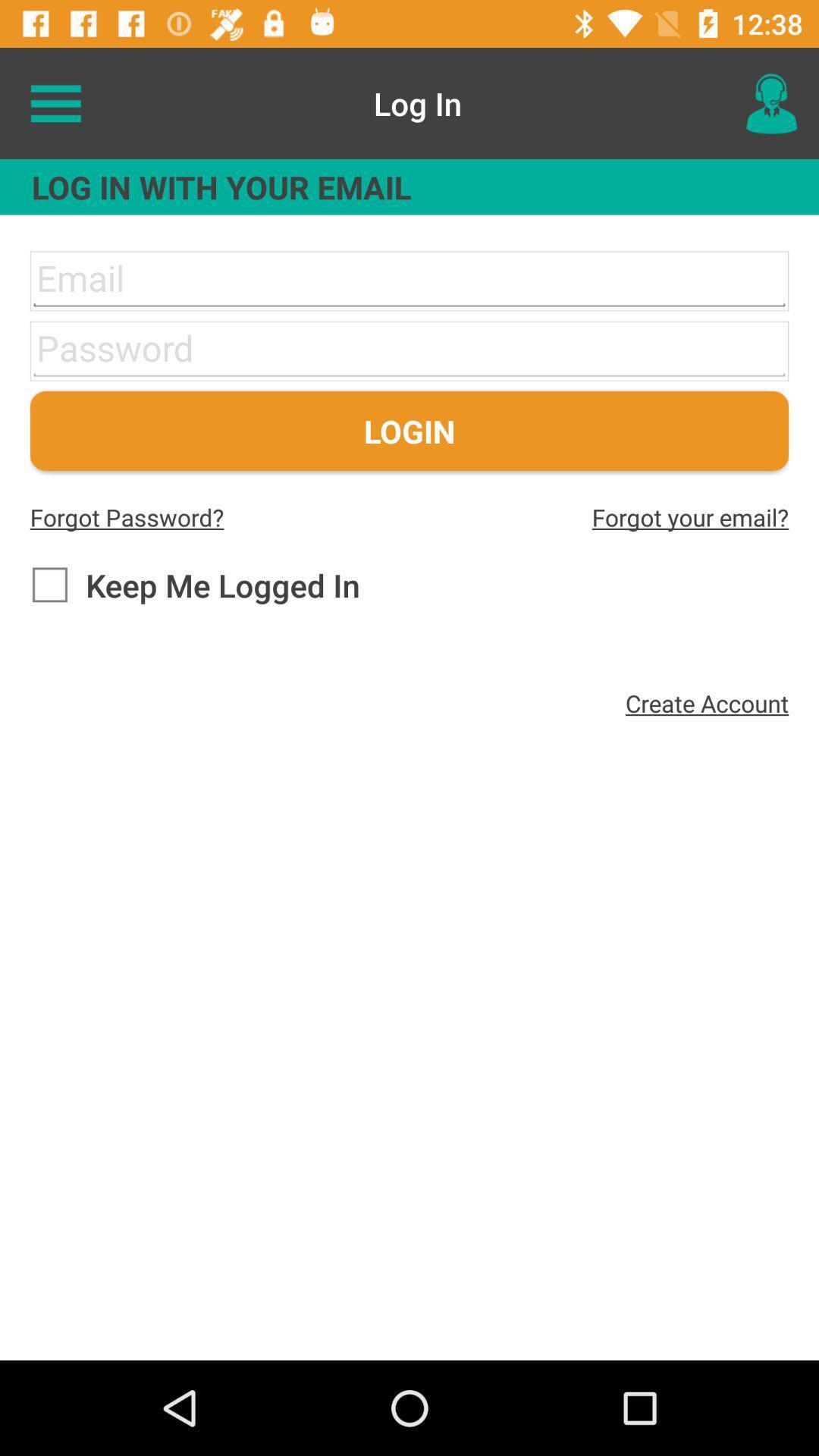 The width and height of the screenshot is (819, 1456). I want to click on the item at the top left corner, so click(55, 102).